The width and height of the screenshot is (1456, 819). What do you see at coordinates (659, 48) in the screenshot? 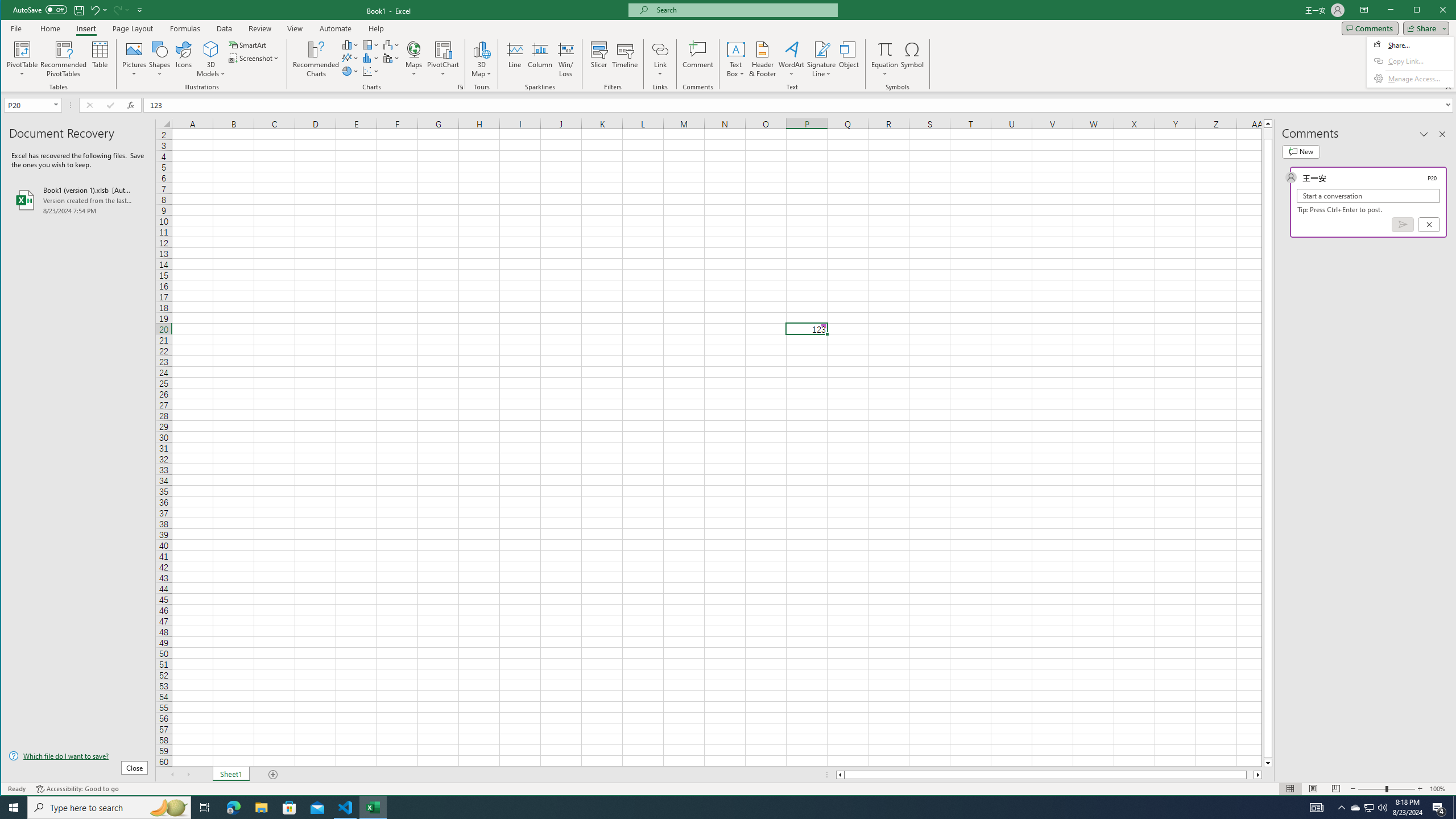
I see `'Link'` at bounding box center [659, 48].